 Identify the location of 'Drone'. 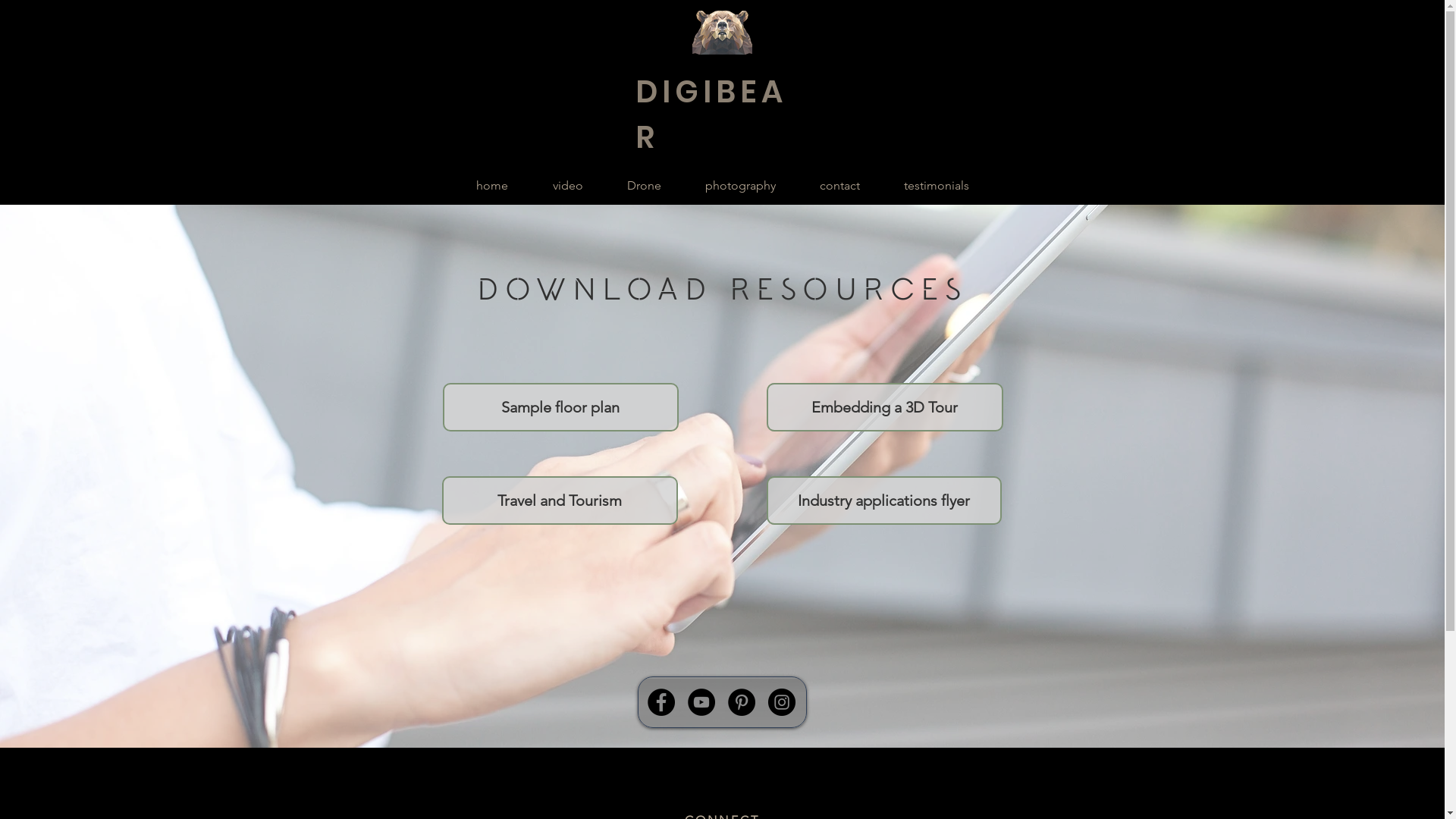
(644, 185).